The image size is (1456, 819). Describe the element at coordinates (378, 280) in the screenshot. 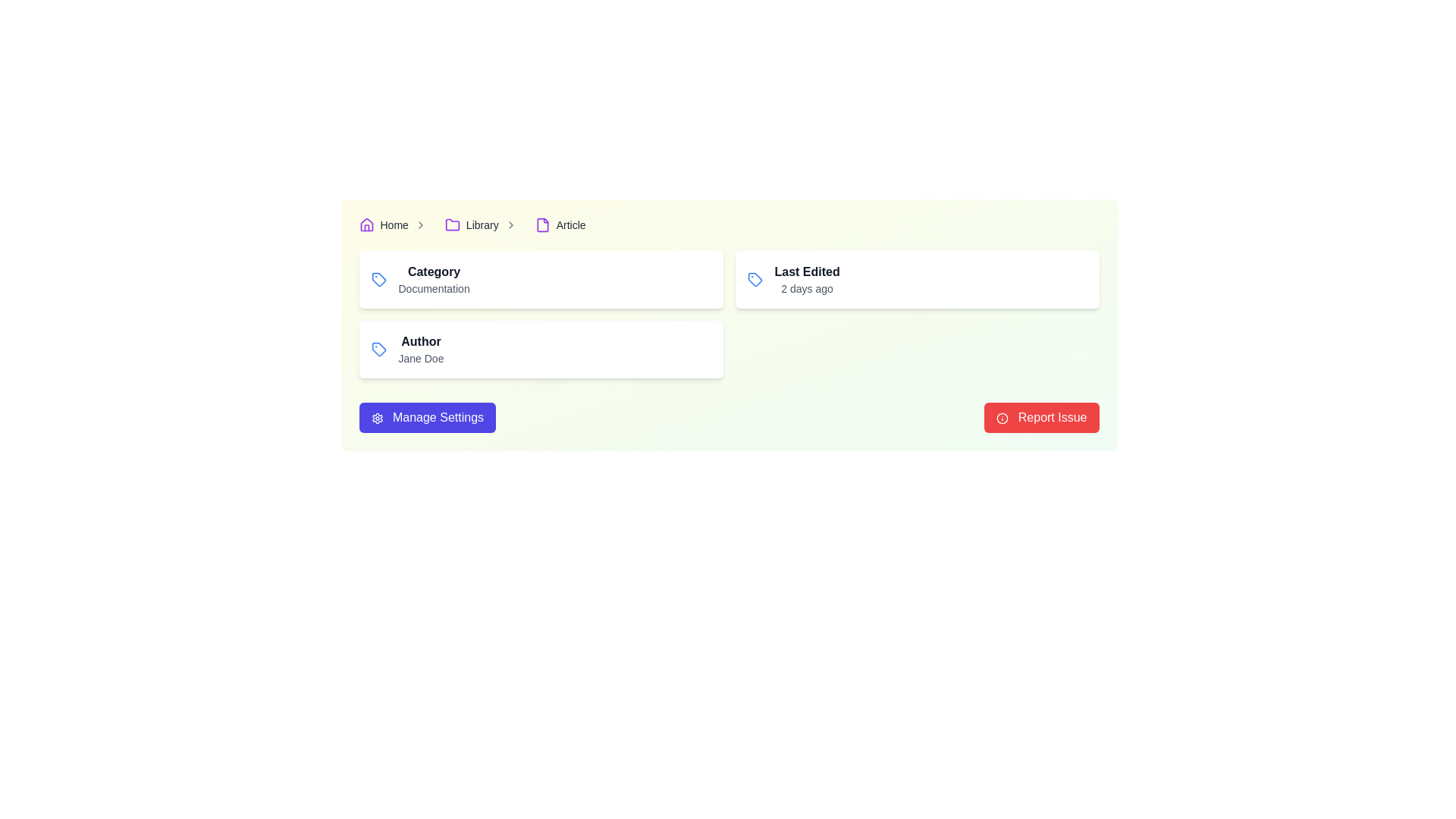

I see `the icon representing a tag or category located within the 'Category' card, aligned next to the text 'Category' and 'Documentation'` at that location.